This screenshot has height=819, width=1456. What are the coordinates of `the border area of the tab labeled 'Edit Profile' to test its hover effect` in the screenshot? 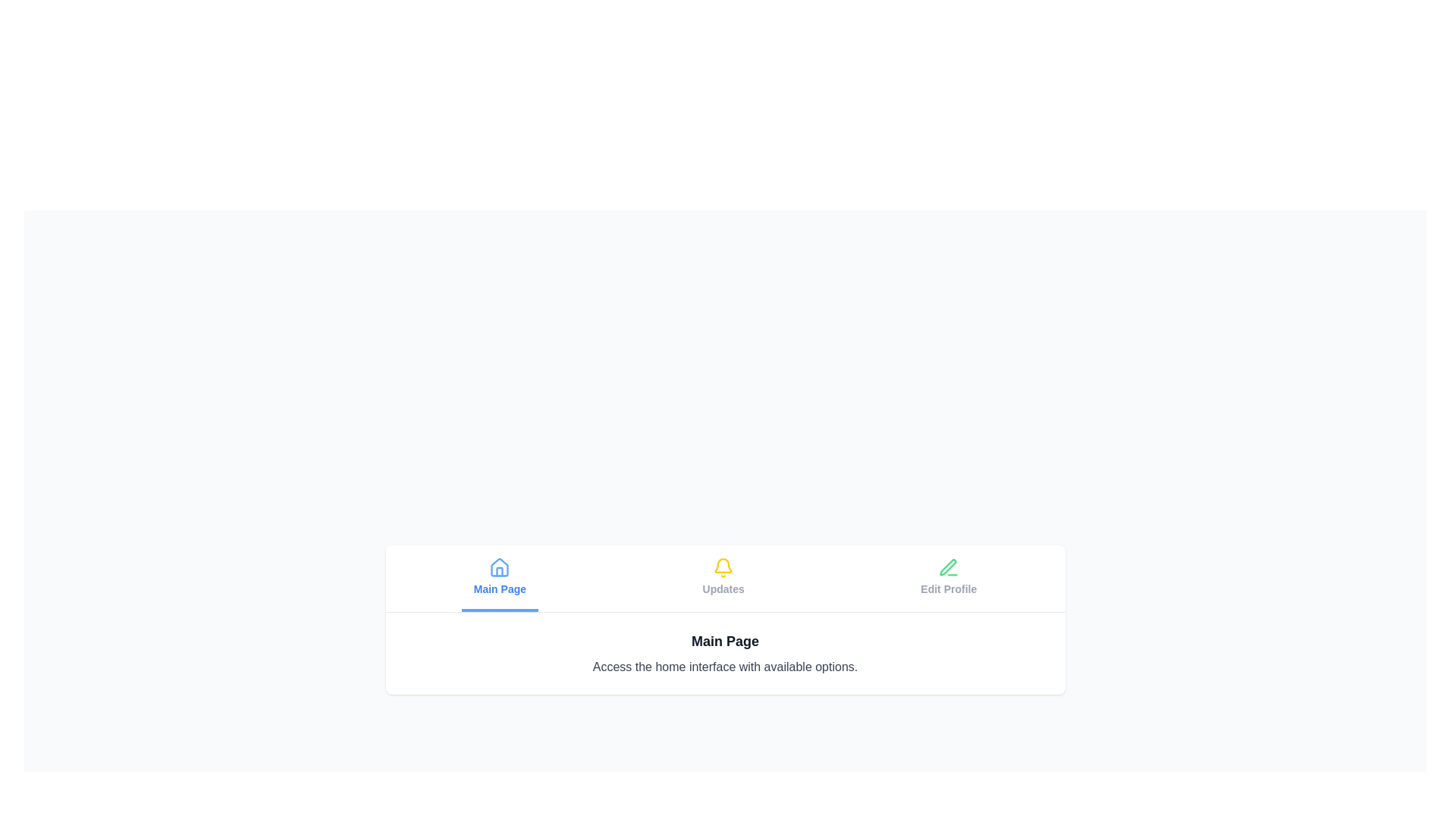 It's located at (948, 578).